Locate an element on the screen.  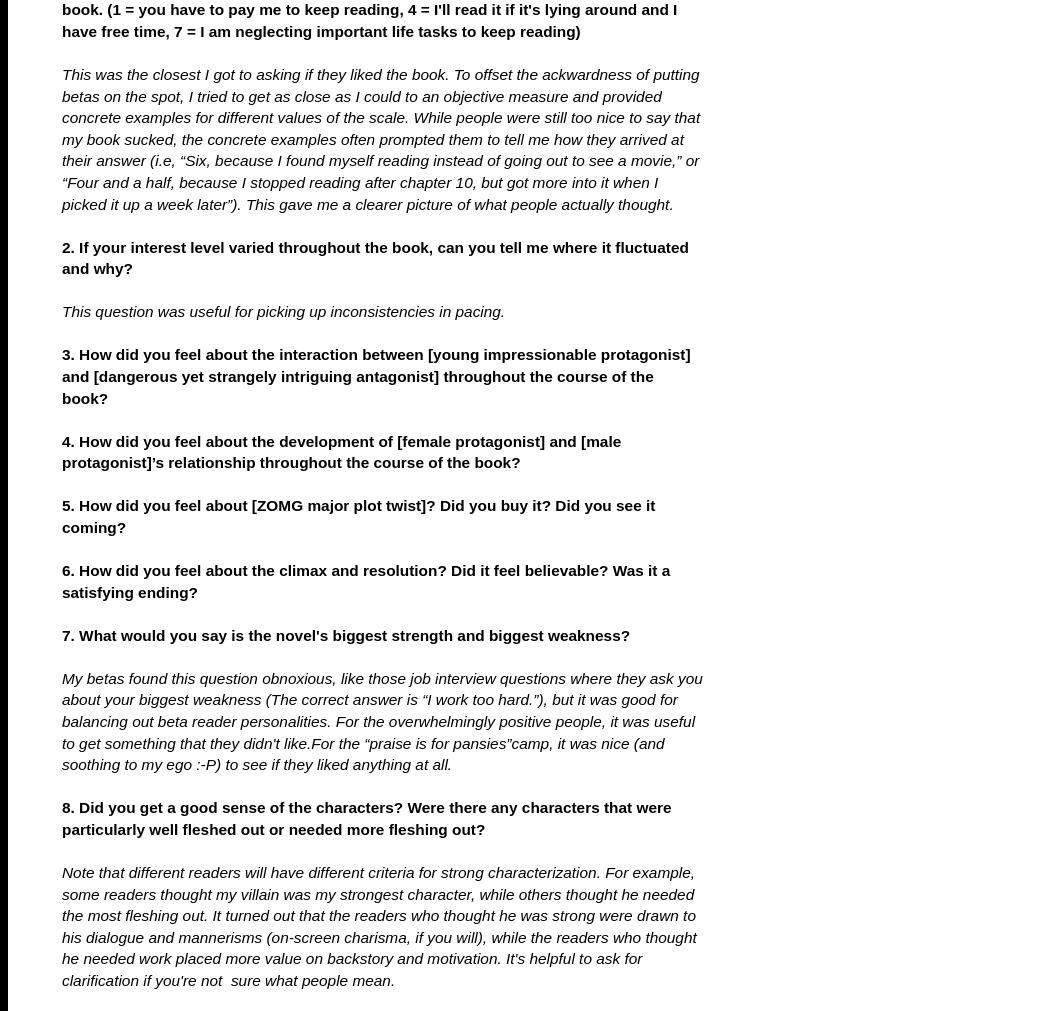
'5. How did you feel about [ZOMG major plot twist]? Did you buy it? Did you see it coming?' is located at coordinates (358, 516).